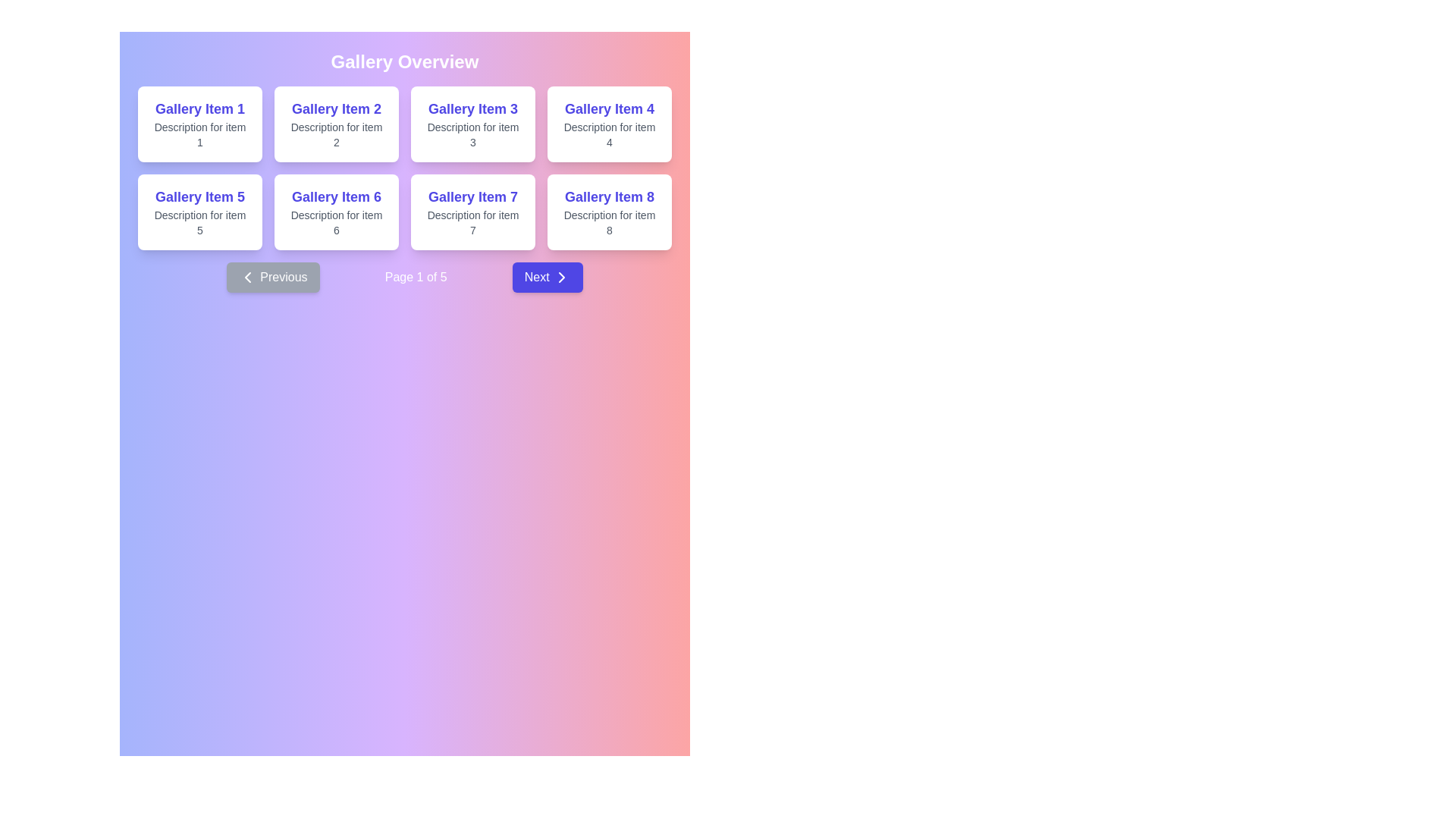  I want to click on the text label displaying 'Gallery Item 3', which is a bold, large, indigo-colored title located in the third position of the first row of gallery items, so click(472, 108).